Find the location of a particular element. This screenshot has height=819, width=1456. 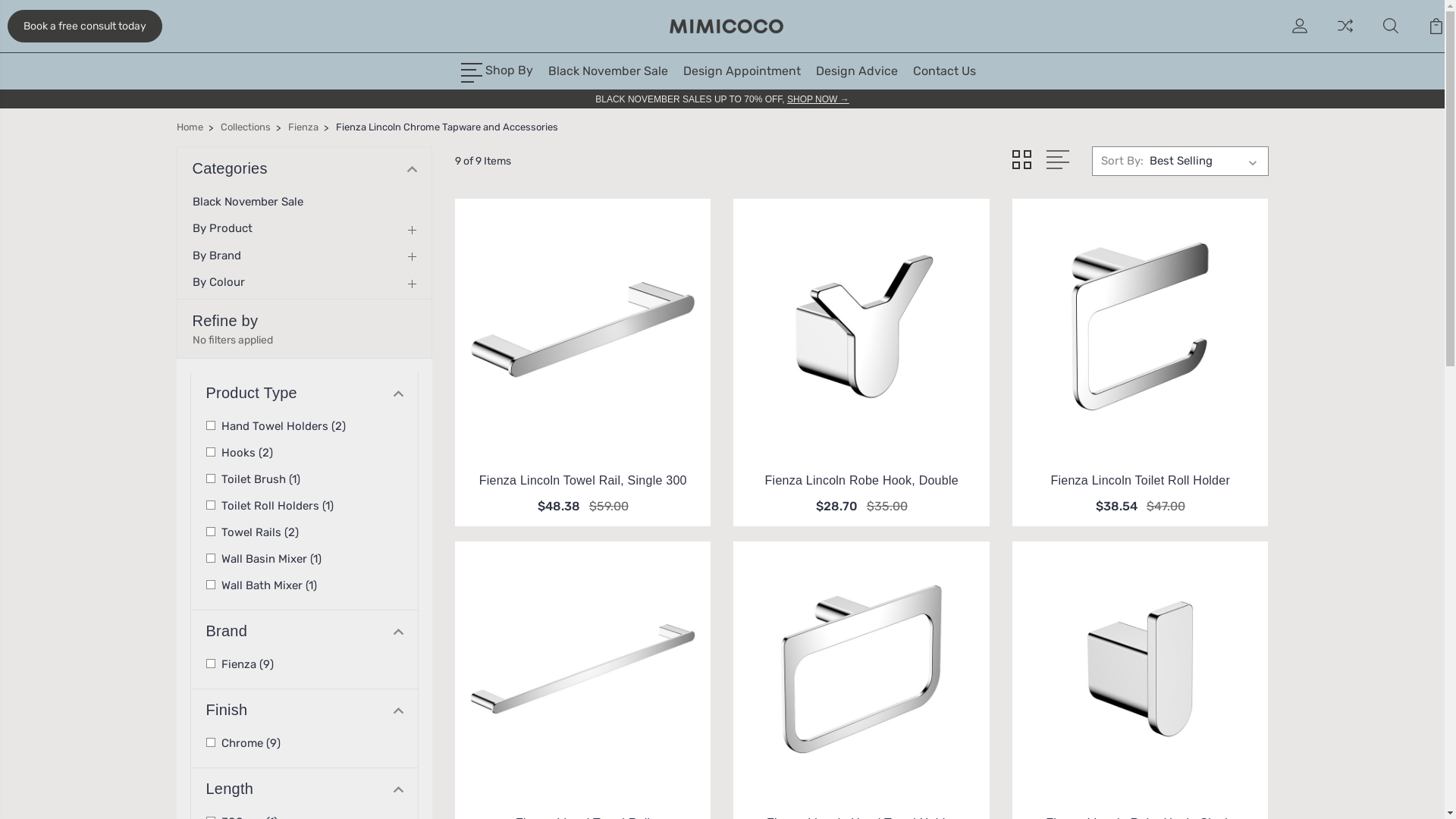

'Wall Basin Mixer (1)' is located at coordinates (304, 558).